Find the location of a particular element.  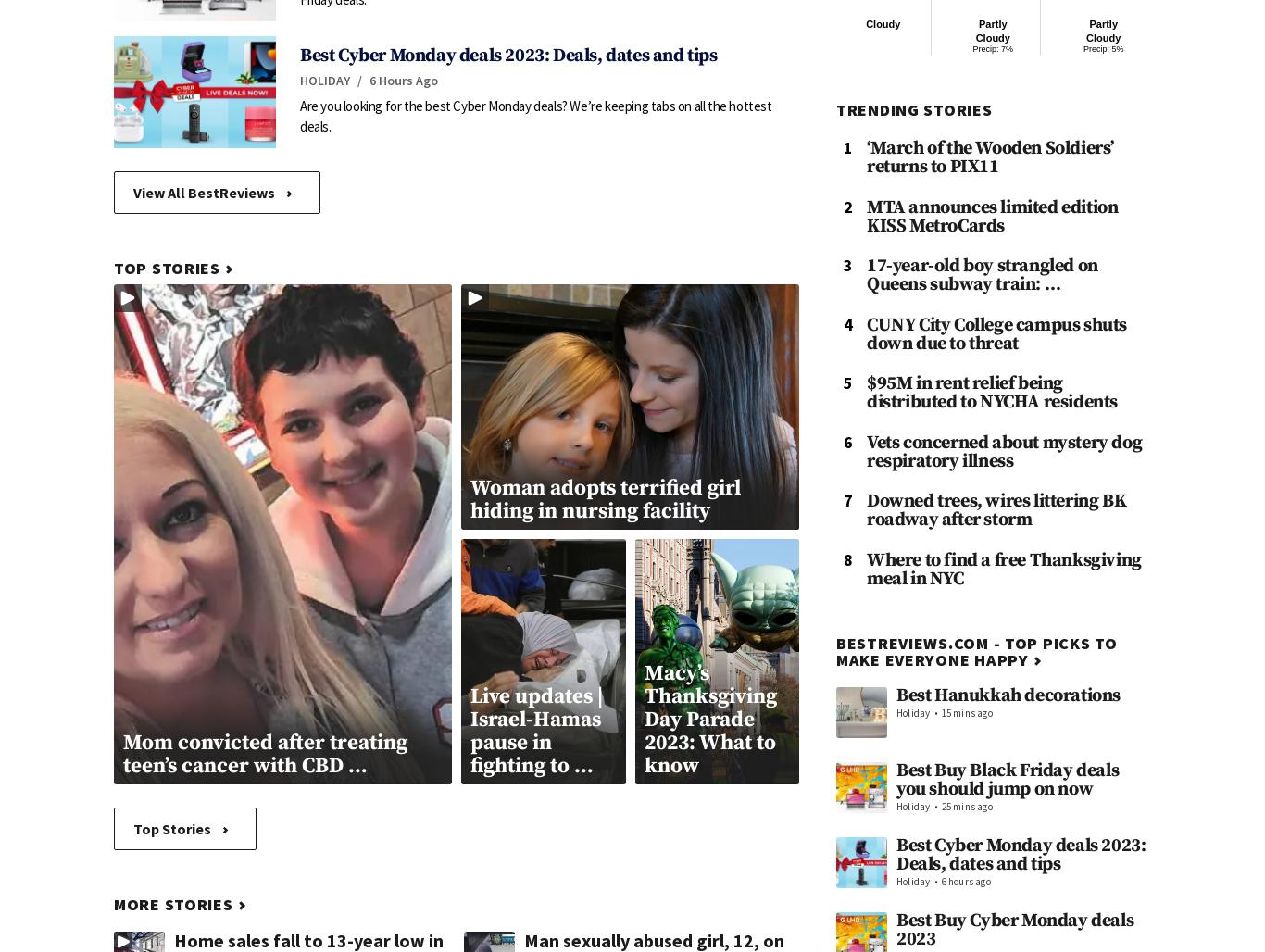

'Precip: 5%' is located at coordinates (1103, 49).